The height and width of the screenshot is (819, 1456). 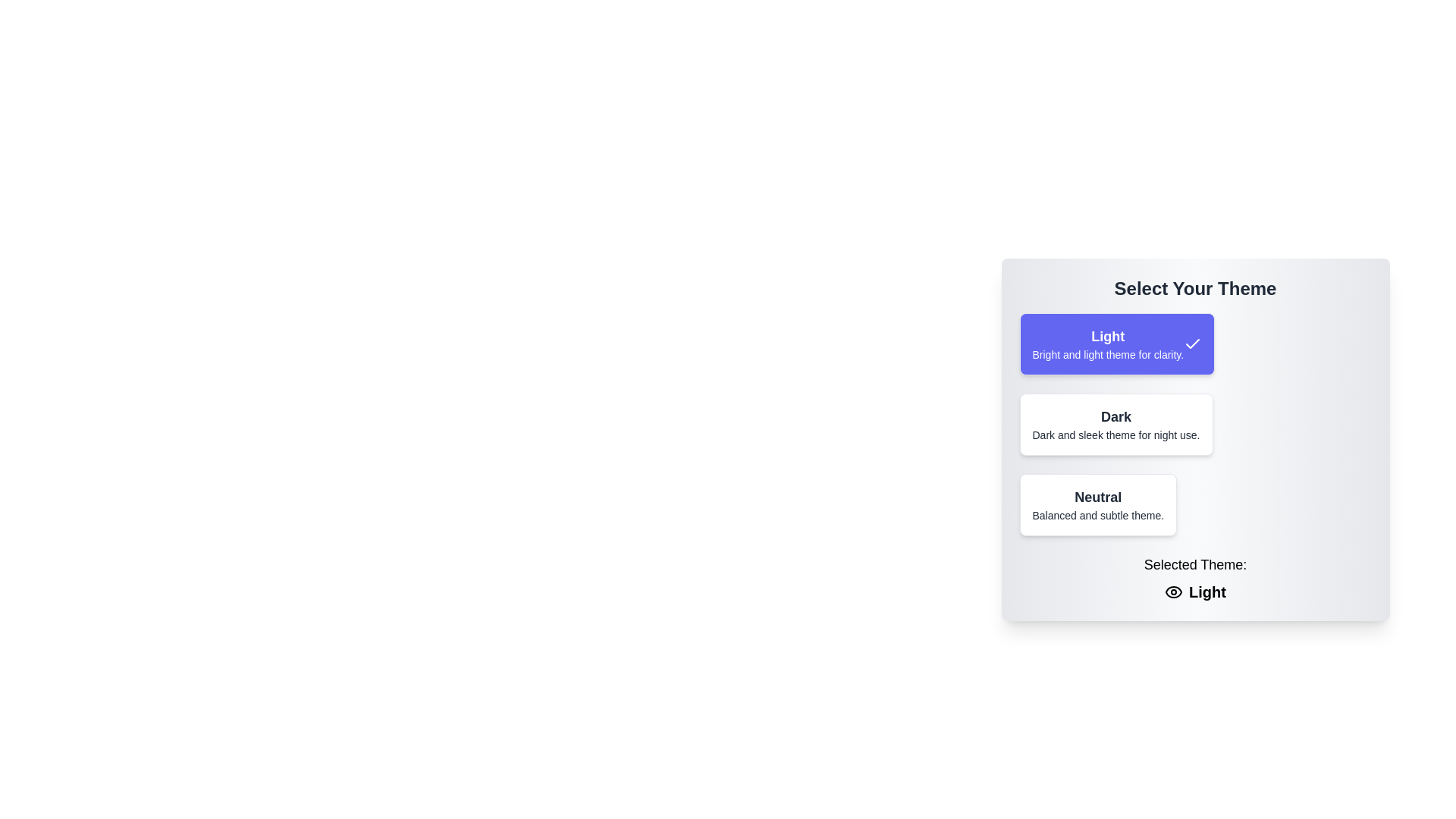 I want to click on on the 'Dark' theme option in the Select Your Theme box, so click(x=1194, y=424).